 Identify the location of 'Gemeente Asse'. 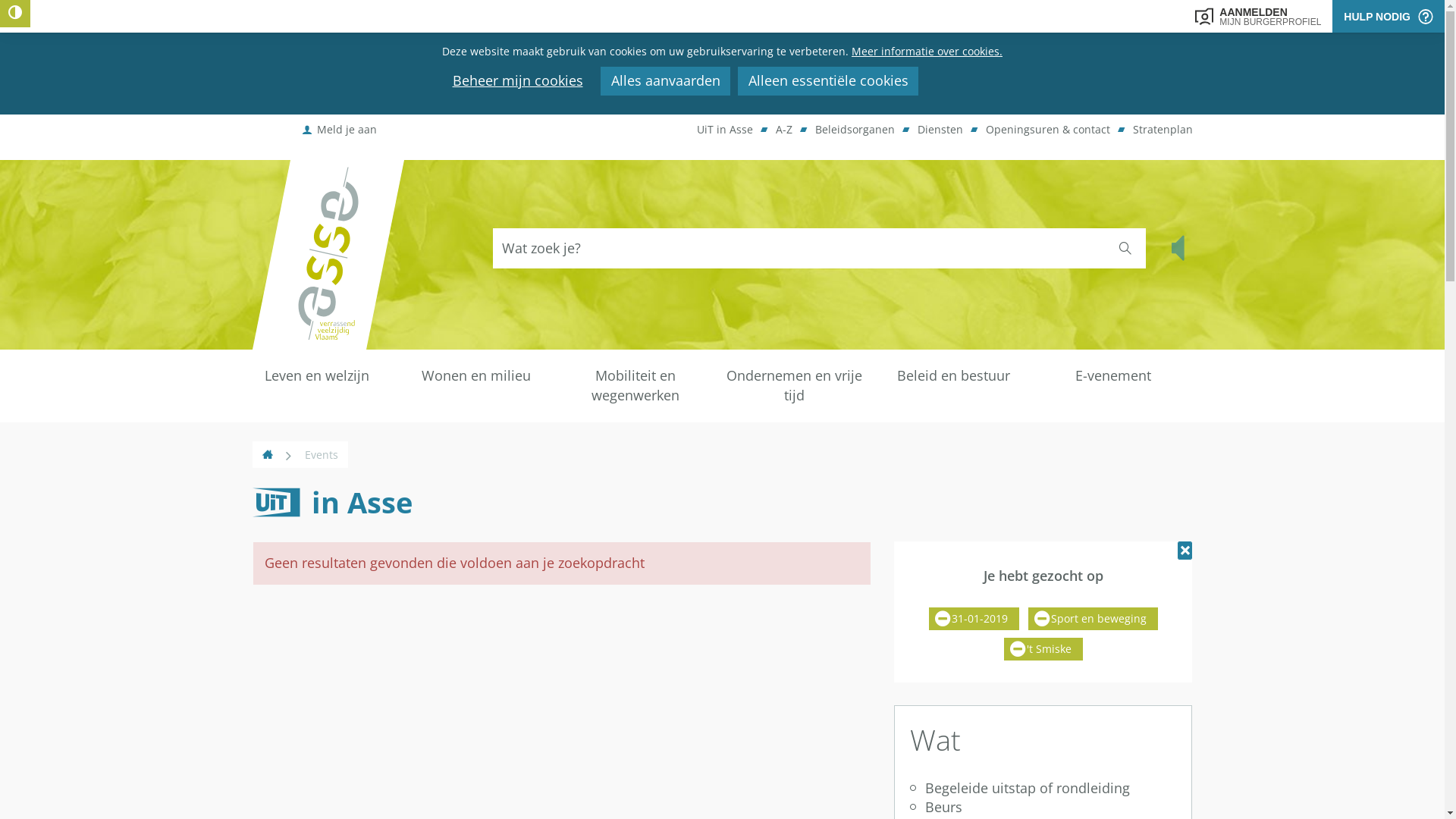
(327, 253).